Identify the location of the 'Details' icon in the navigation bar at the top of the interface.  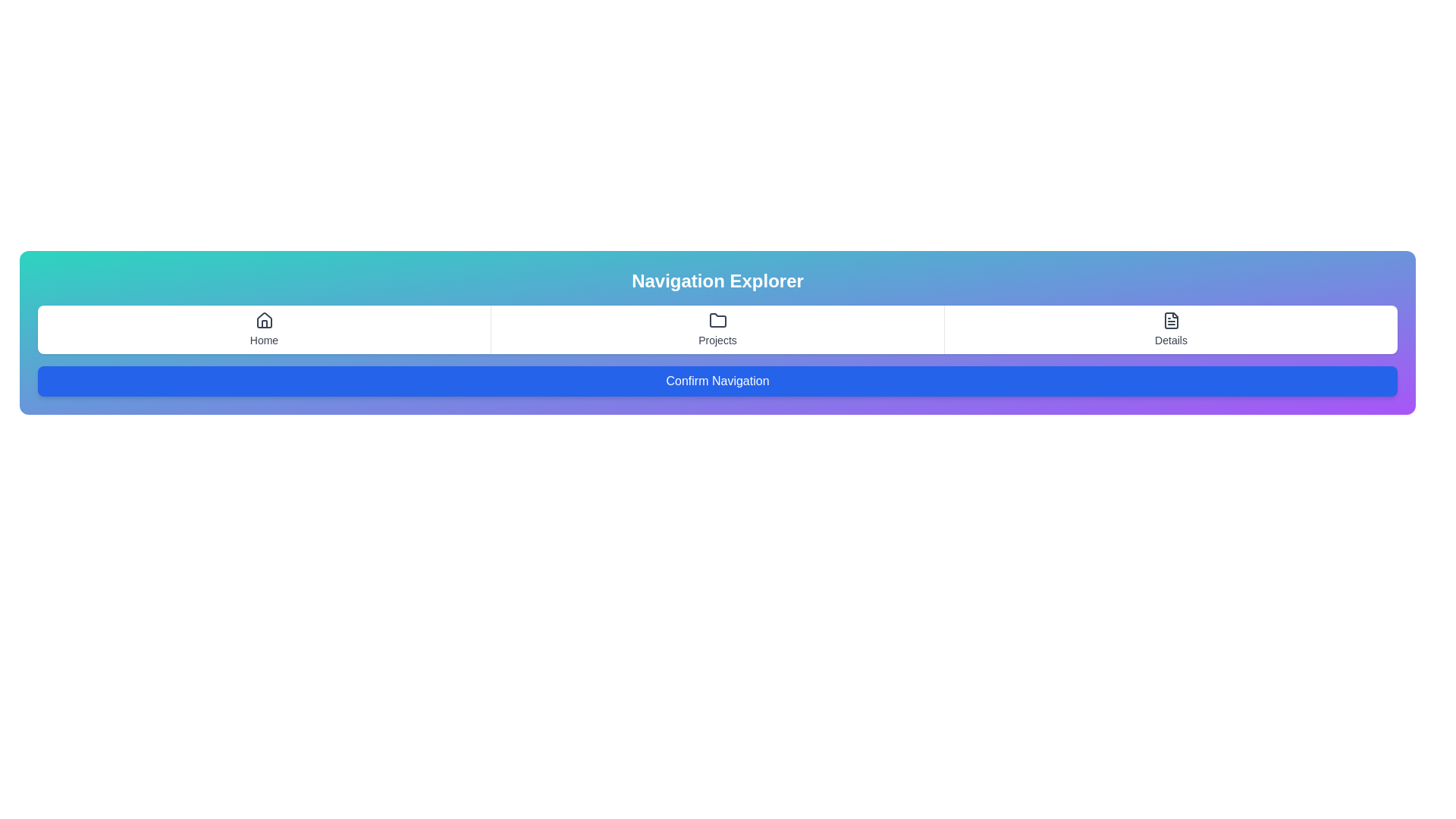
(1170, 320).